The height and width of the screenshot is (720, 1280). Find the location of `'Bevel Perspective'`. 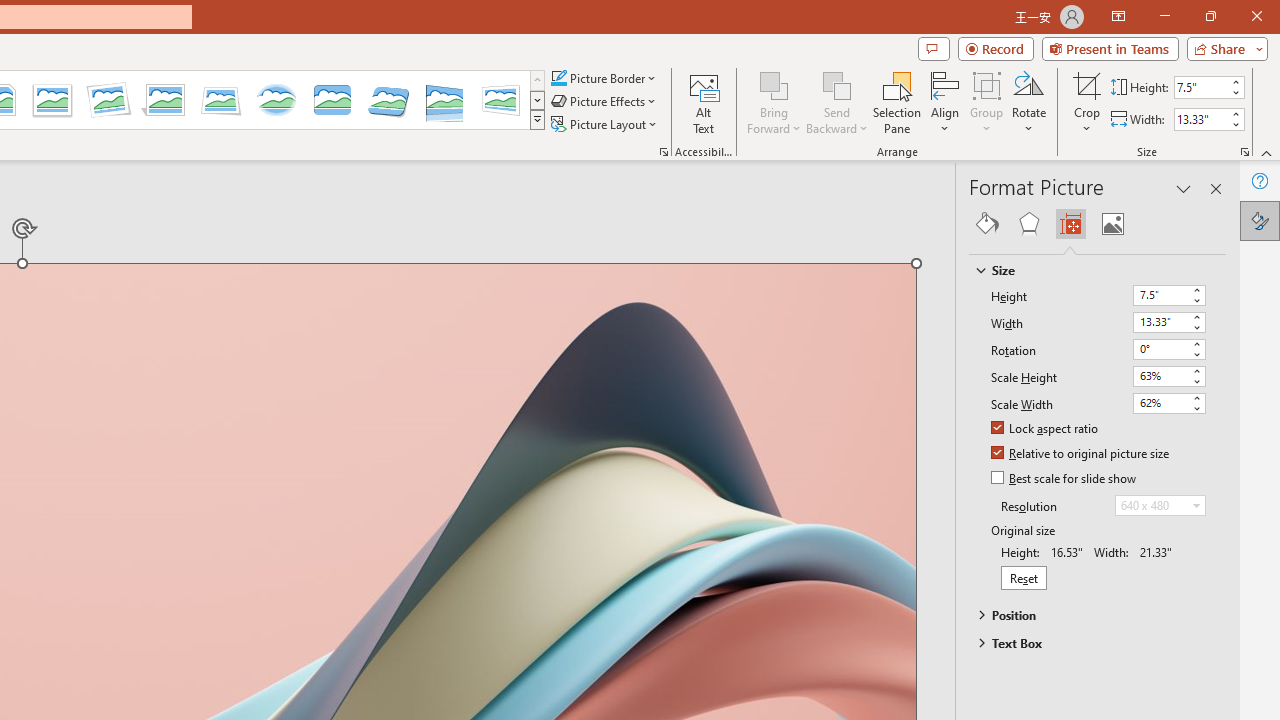

'Bevel Perspective' is located at coordinates (389, 100).